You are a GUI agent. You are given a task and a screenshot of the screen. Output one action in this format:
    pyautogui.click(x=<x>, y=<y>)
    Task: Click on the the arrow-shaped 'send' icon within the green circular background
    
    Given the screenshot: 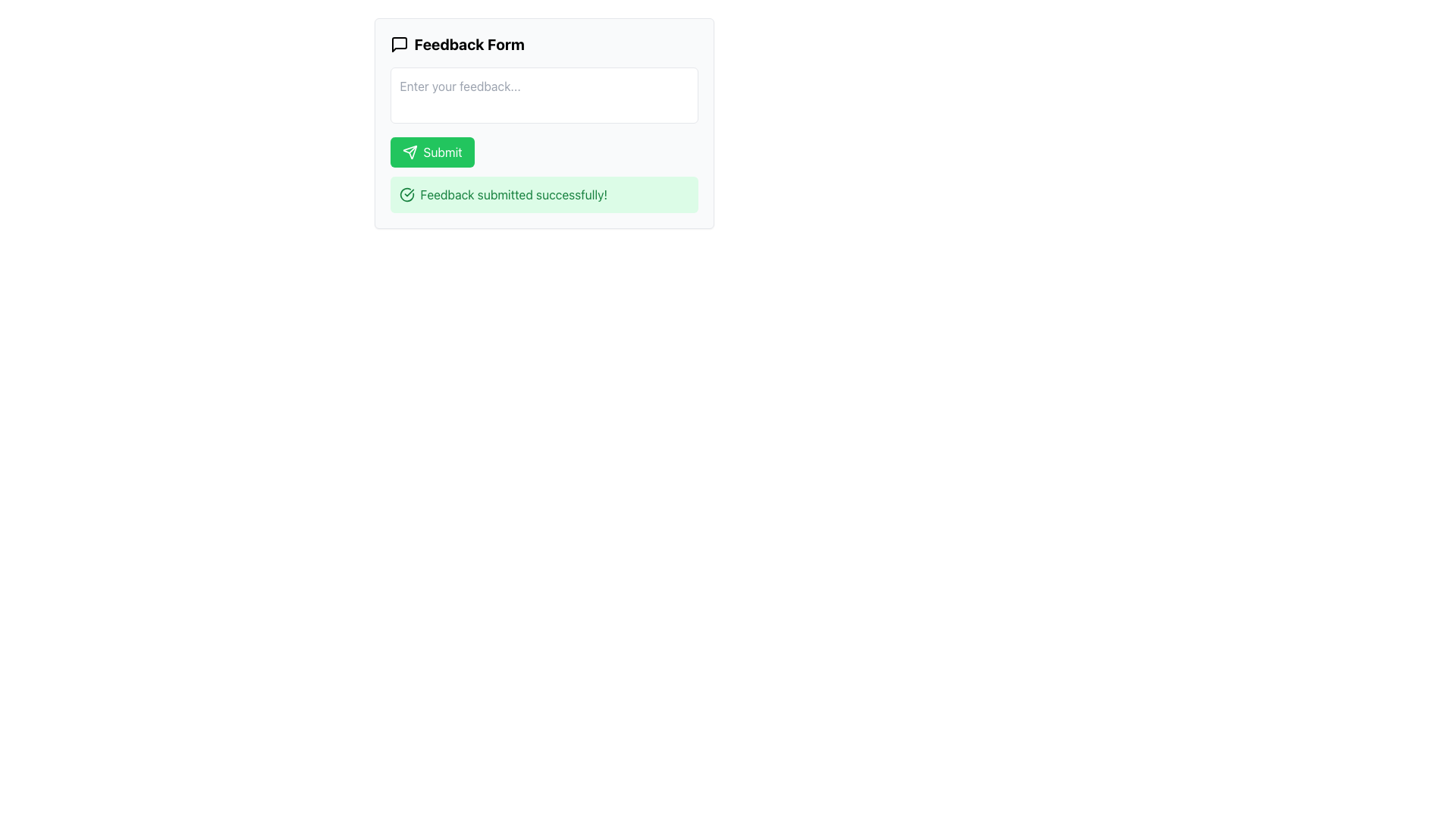 What is the action you would take?
    pyautogui.click(x=409, y=152)
    